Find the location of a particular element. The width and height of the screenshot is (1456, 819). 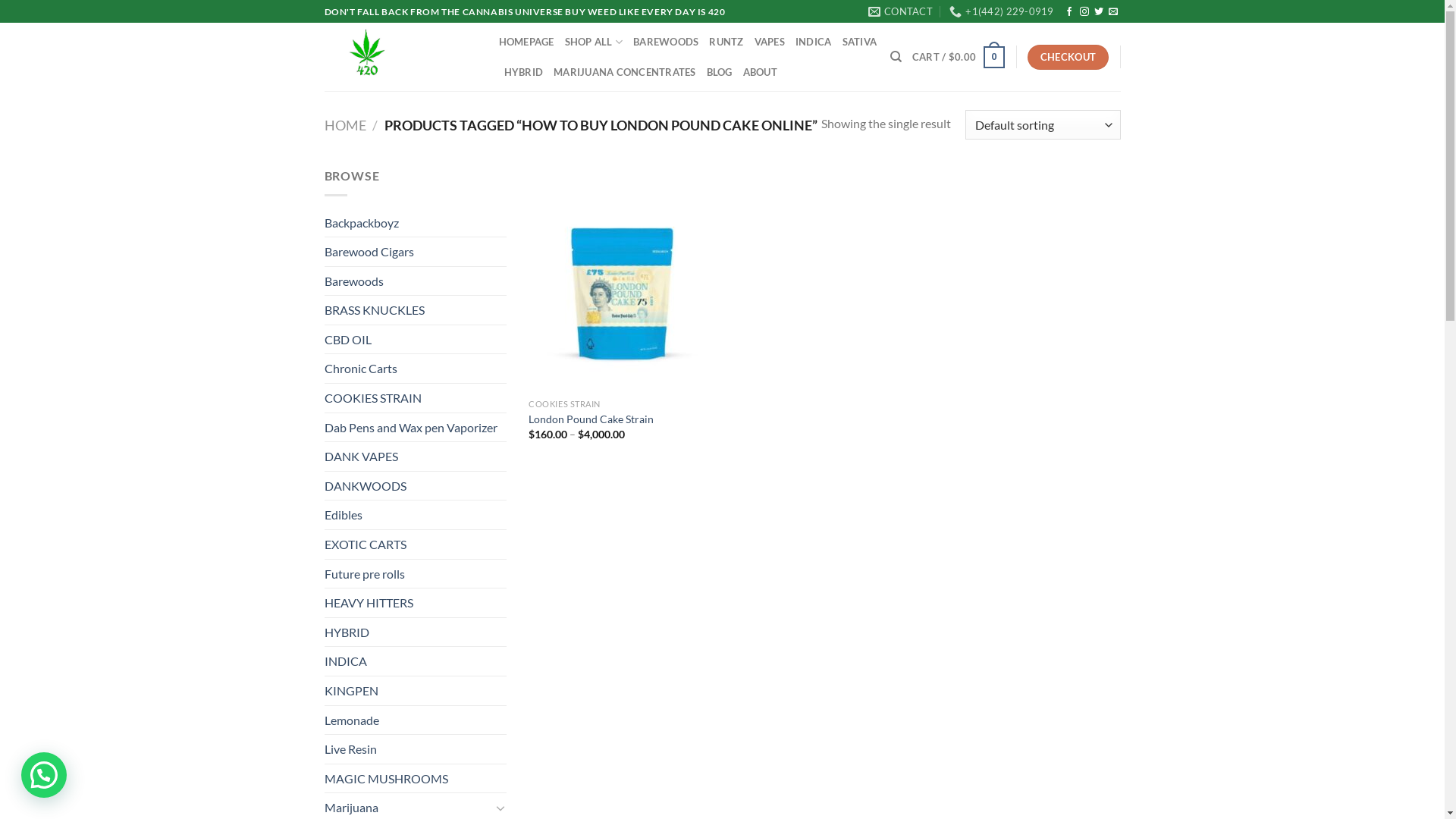

'Backpackboyz' is located at coordinates (415, 222).